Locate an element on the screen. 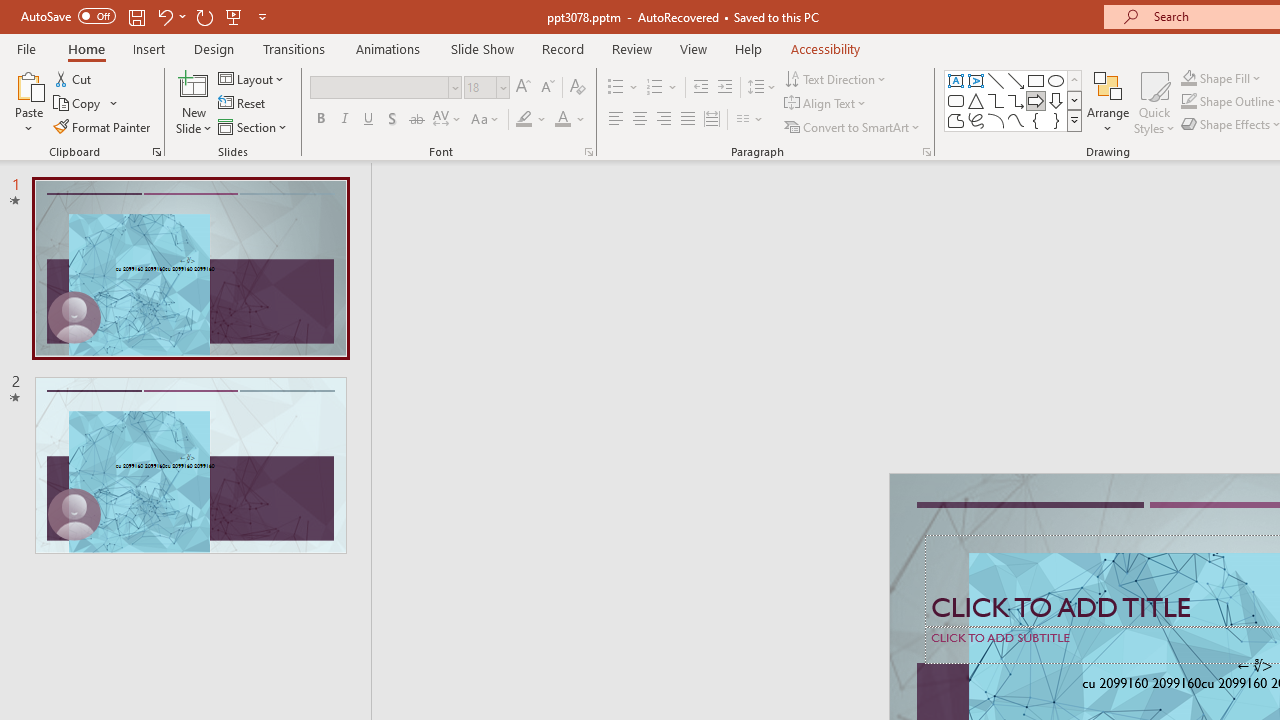 Image resolution: width=1280 pixels, height=720 pixels. 'Decrease Font Size' is located at coordinates (547, 86).